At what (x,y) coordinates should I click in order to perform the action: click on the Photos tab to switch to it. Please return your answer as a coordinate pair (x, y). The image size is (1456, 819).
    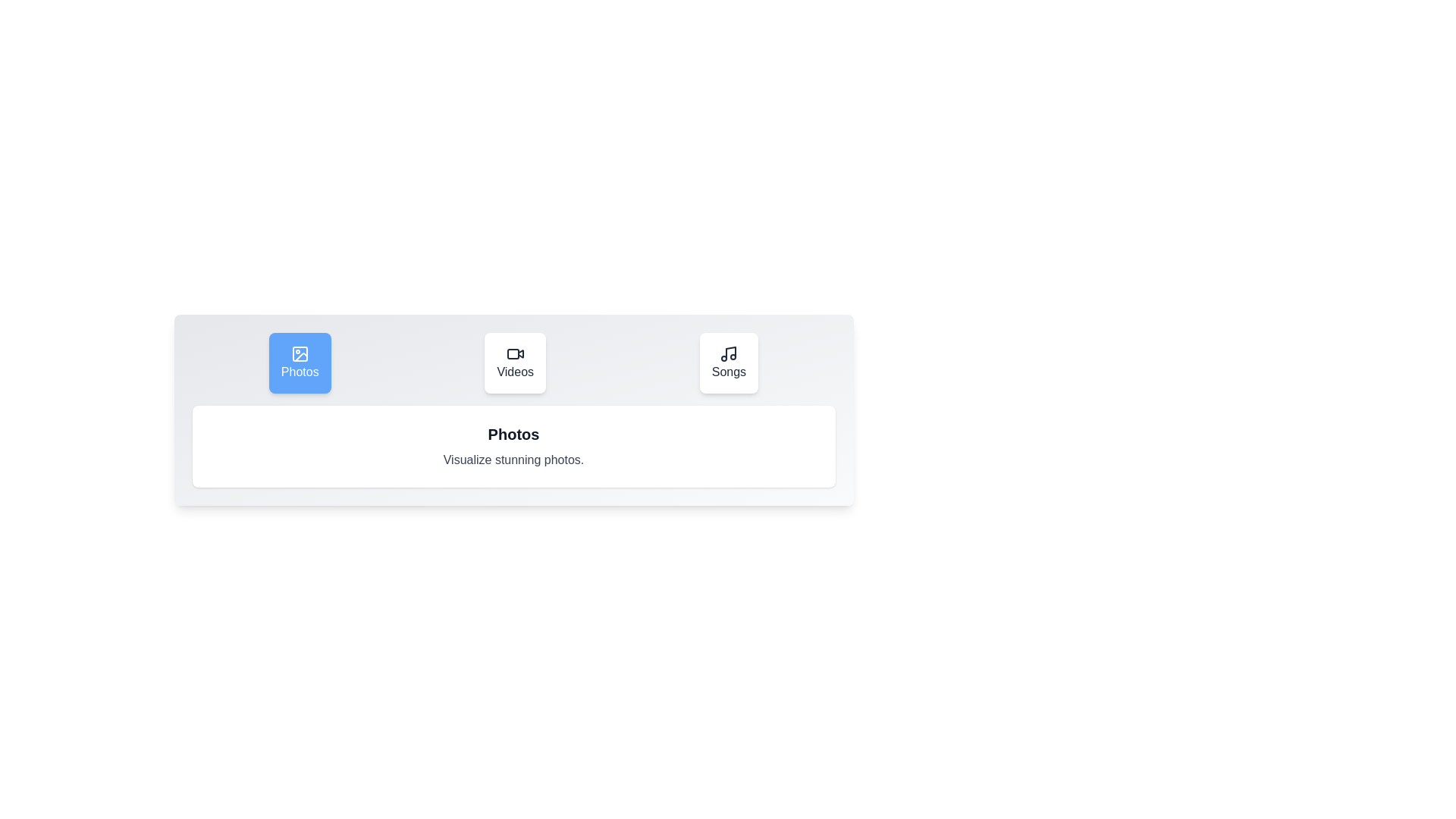
    Looking at the image, I should click on (300, 362).